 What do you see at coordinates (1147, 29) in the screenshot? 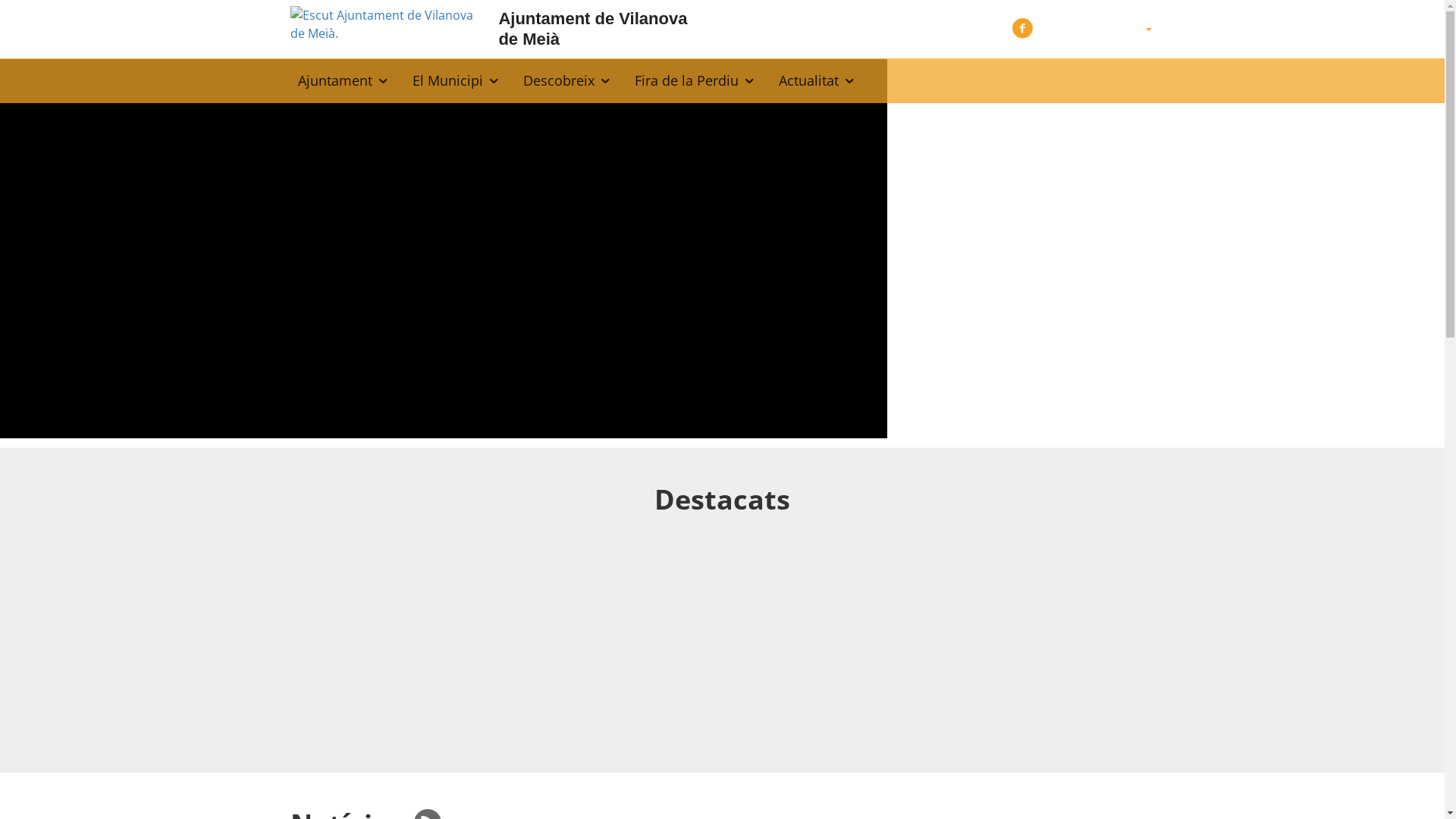
I see `'languages'` at bounding box center [1147, 29].